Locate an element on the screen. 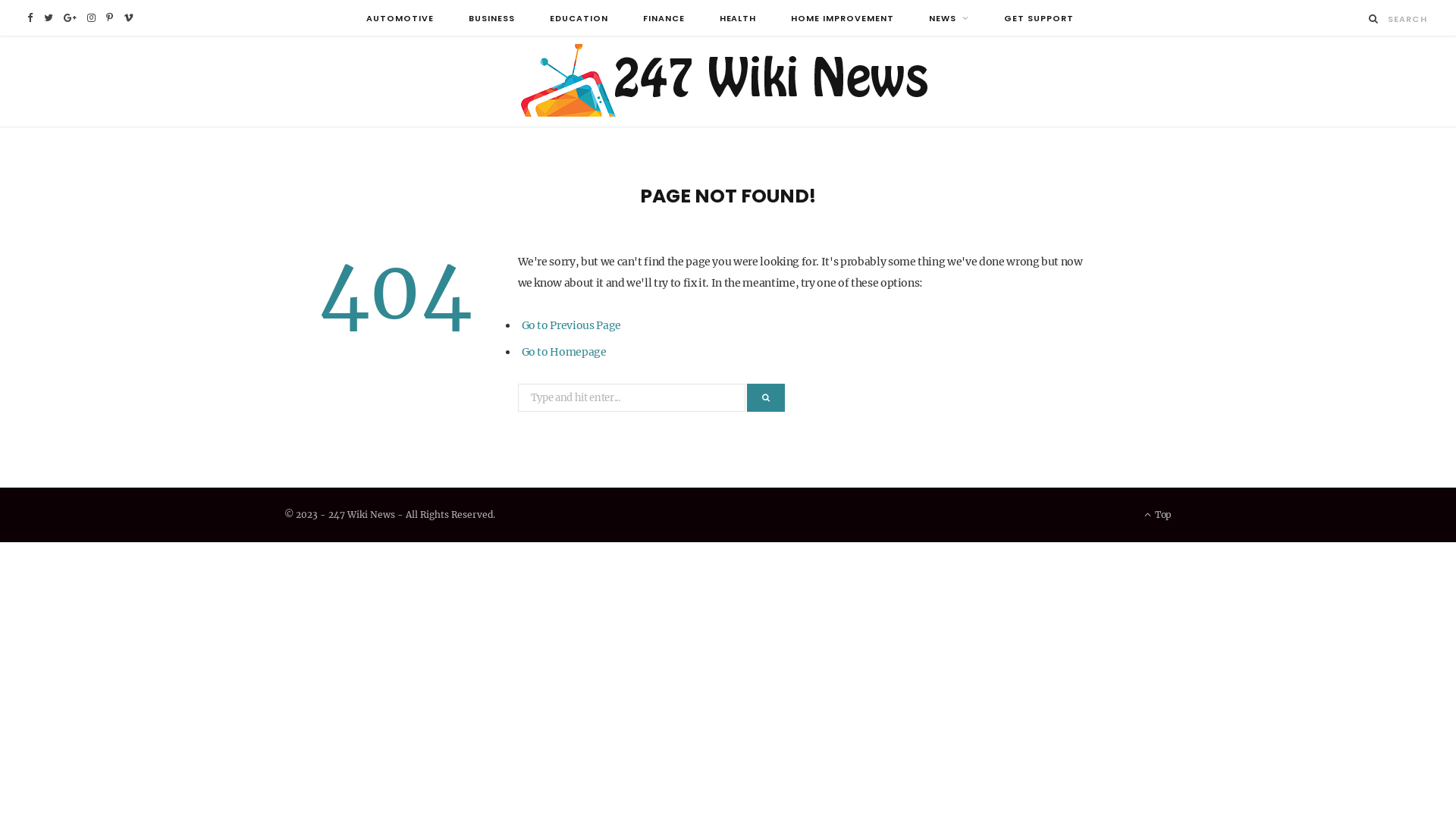 The height and width of the screenshot is (819, 1456). 'HEALTH' is located at coordinates (738, 17).